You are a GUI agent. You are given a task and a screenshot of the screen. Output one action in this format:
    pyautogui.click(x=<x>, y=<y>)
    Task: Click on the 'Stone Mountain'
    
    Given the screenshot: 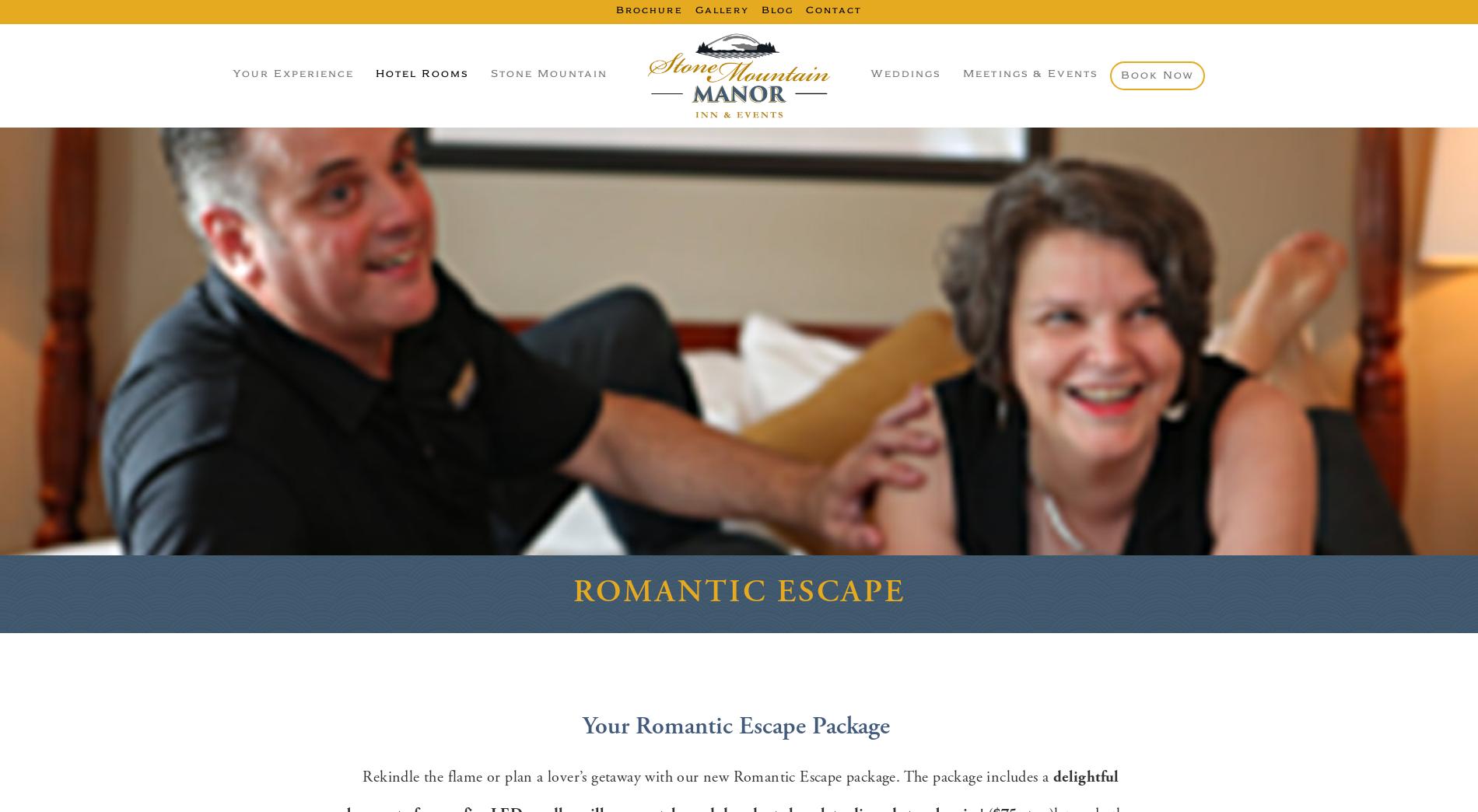 What is the action you would take?
    pyautogui.click(x=548, y=75)
    